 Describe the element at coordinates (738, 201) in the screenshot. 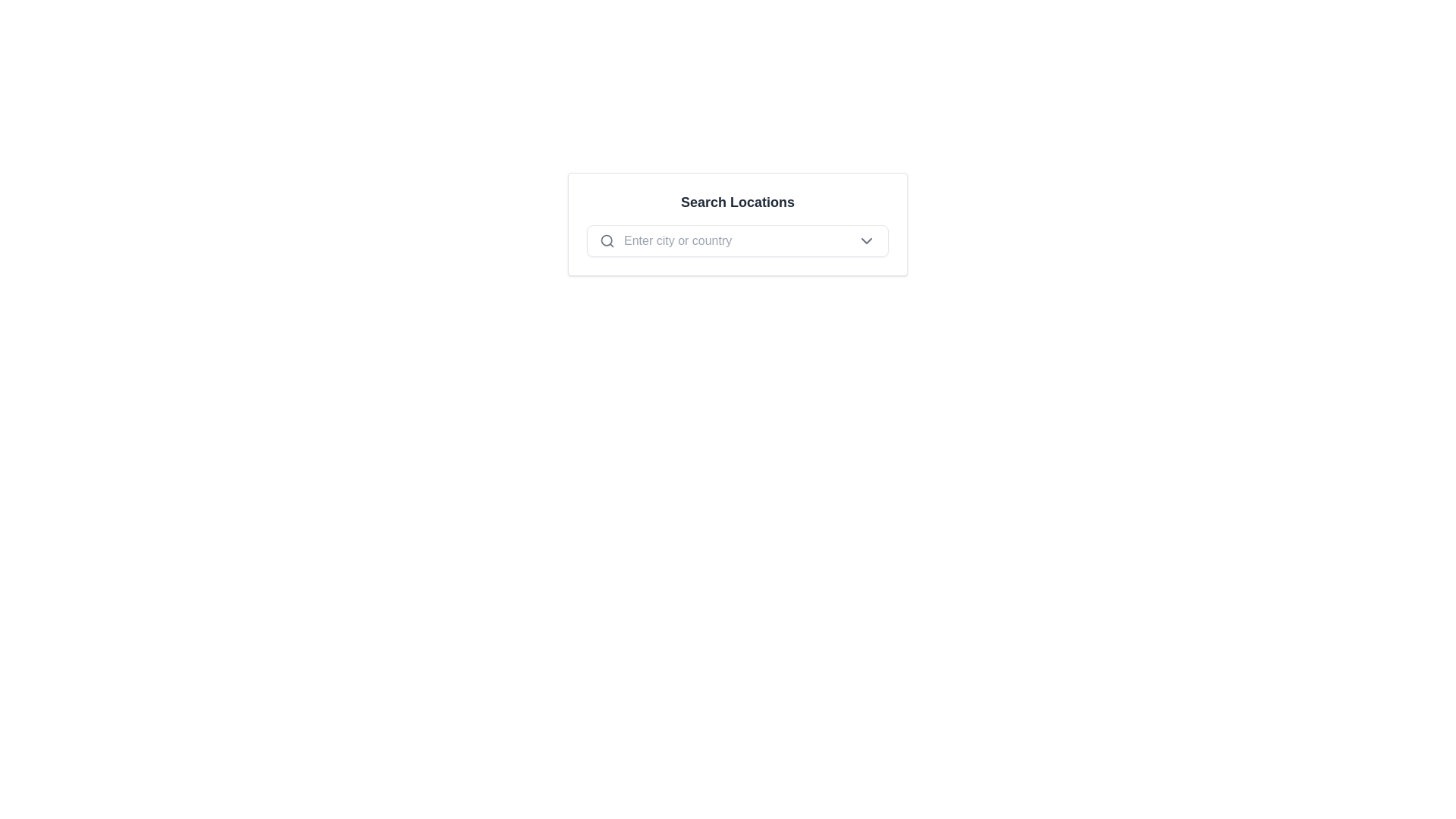

I see `the Text label that serves as a header for the interface, positioned above other interactive elements and centered horizontally` at that location.